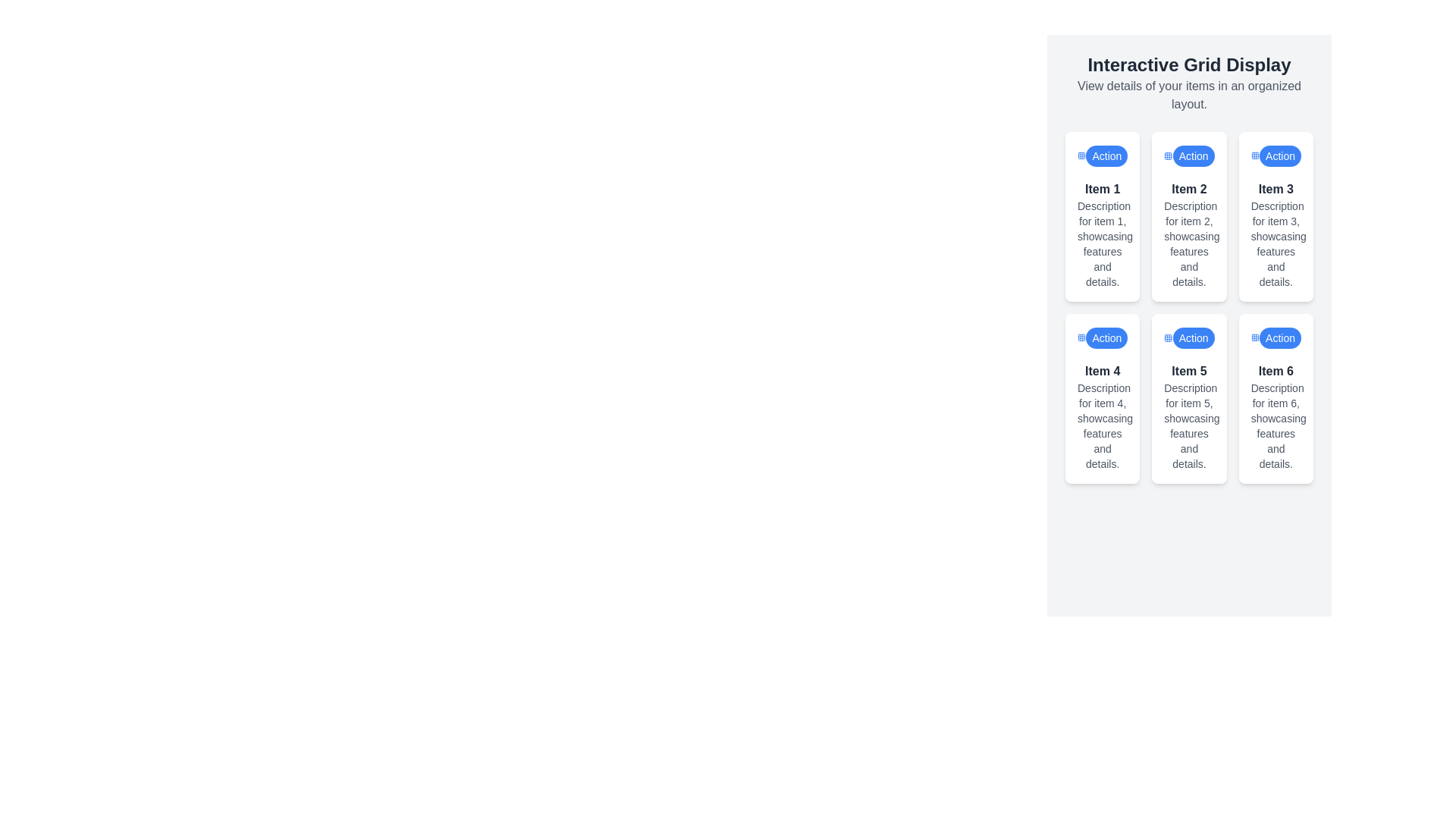 This screenshot has width=1456, height=819. What do you see at coordinates (1103, 337) in the screenshot?
I see `the button located in the first row of the fourth grid item, associated with 'Item 4', to initiate an action` at bounding box center [1103, 337].